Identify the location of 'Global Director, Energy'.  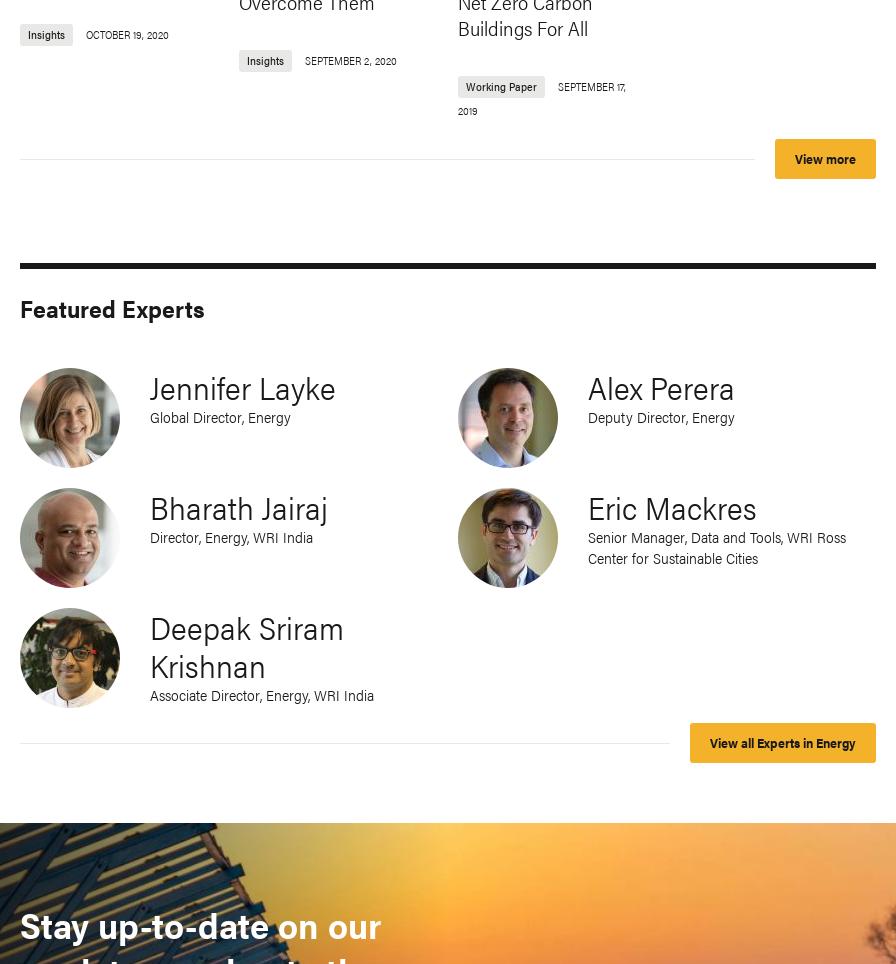
(220, 415).